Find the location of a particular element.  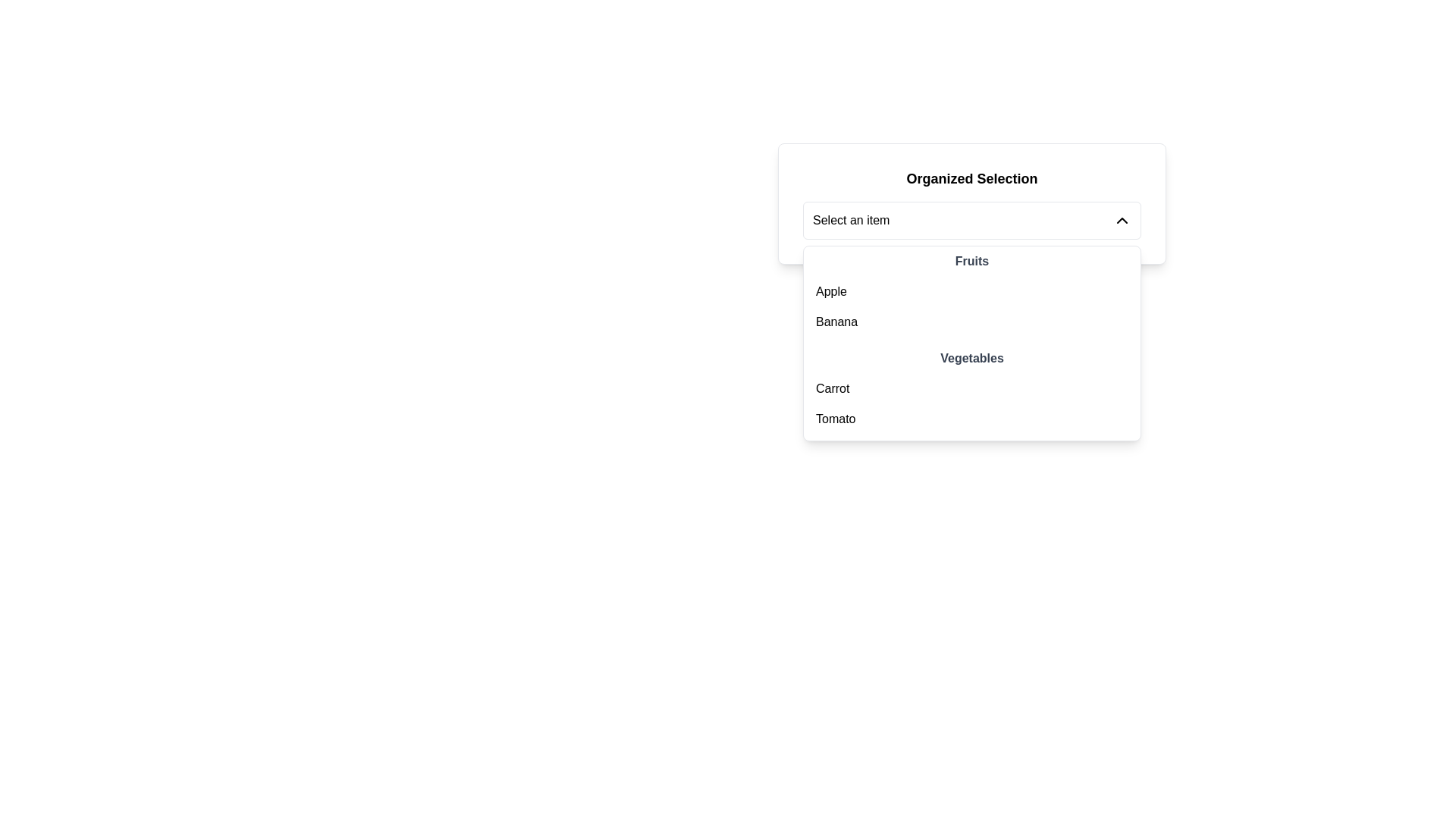

the static text label reading 'Vegetables' in the dropdown selection menu is located at coordinates (971, 359).